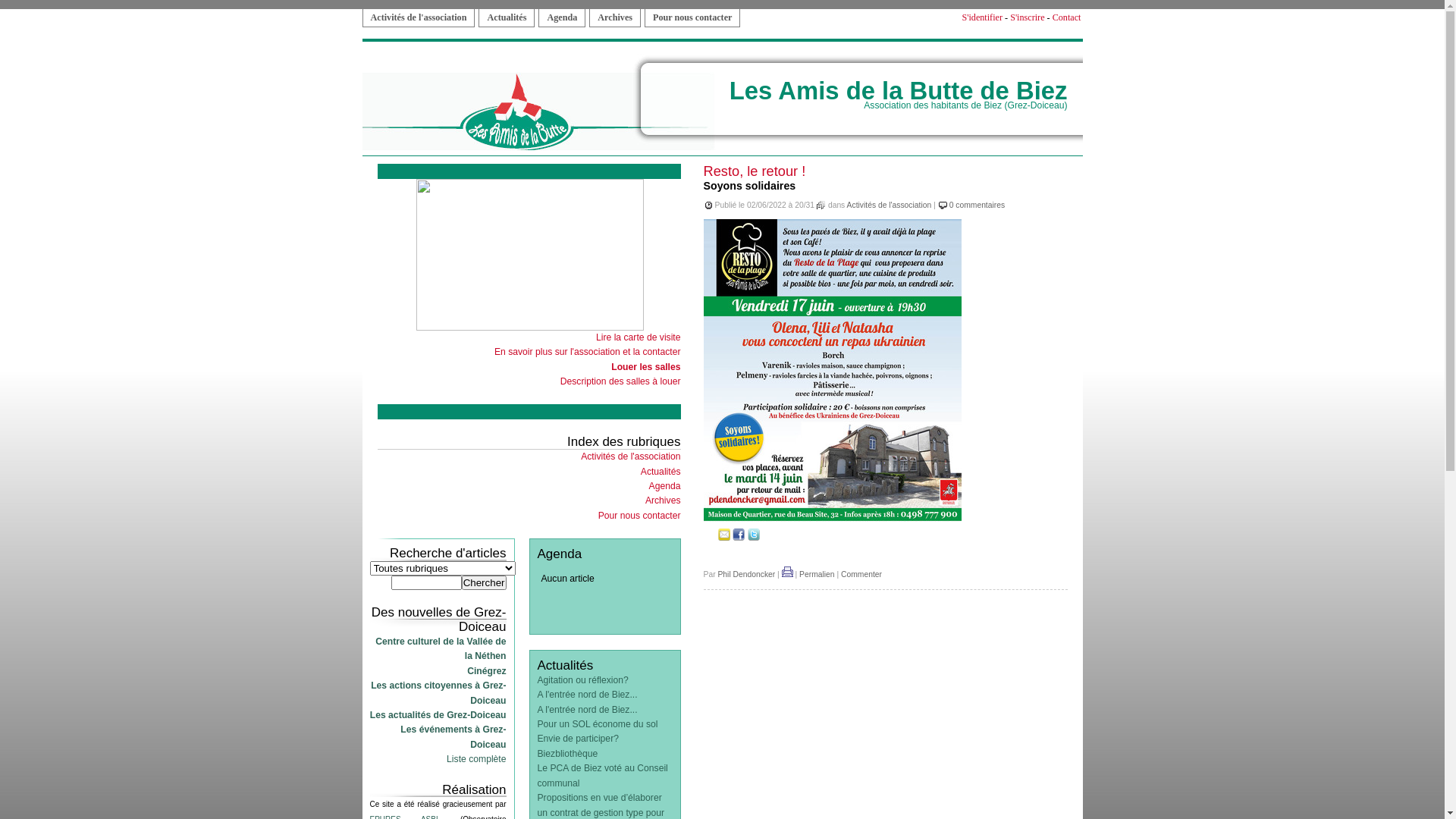 The image size is (1456, 819). What do you see at coordinates (1027, 17) in the screenshot?
I see `'S'inscrire'` at bounding box center [1027, 17].